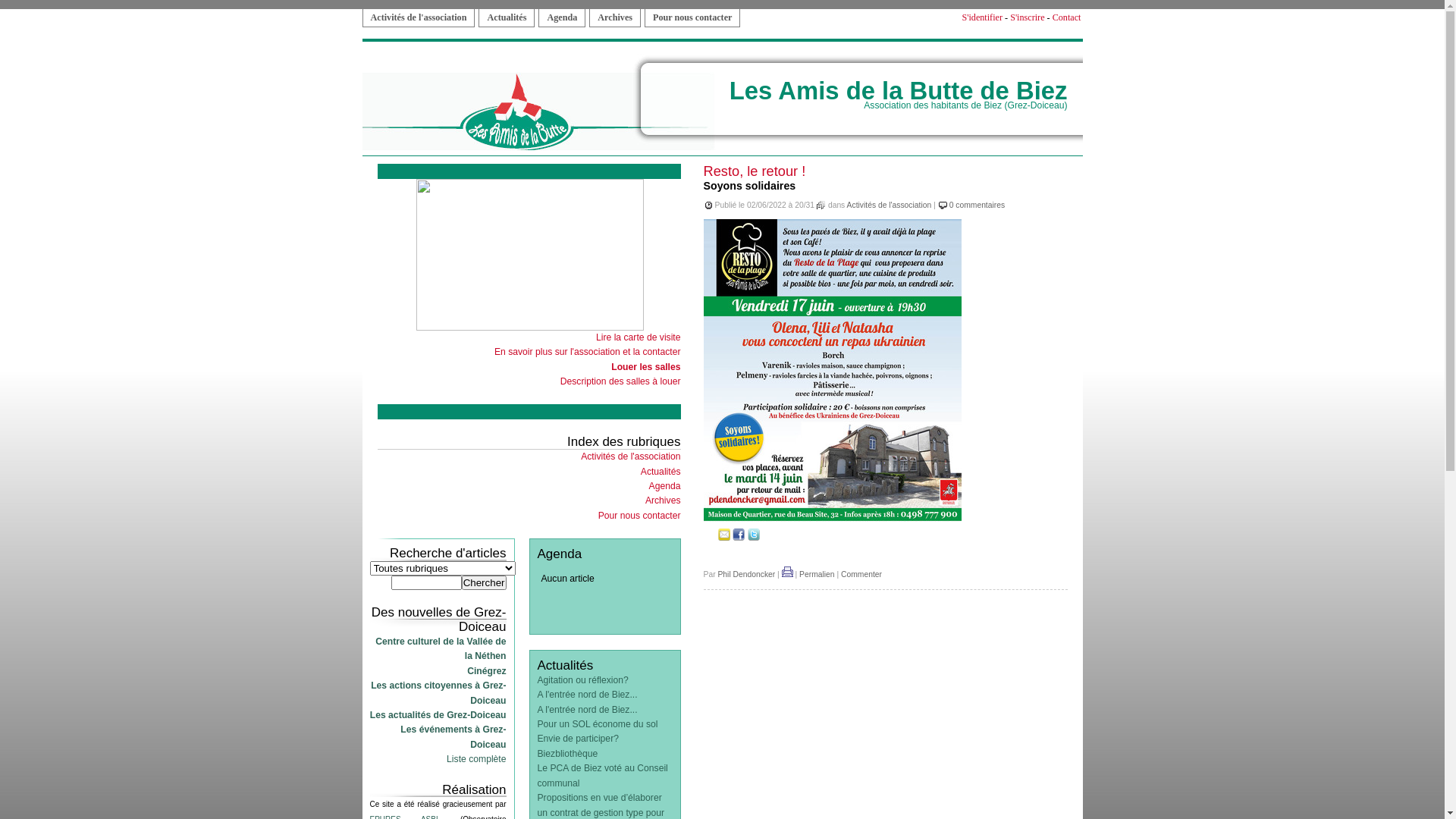 The image size is (1456, 819). What do you see at coordinates (1027, 17) in the screenshot?
I see `'S'inscrire'` at bounding box center [1027, 17].